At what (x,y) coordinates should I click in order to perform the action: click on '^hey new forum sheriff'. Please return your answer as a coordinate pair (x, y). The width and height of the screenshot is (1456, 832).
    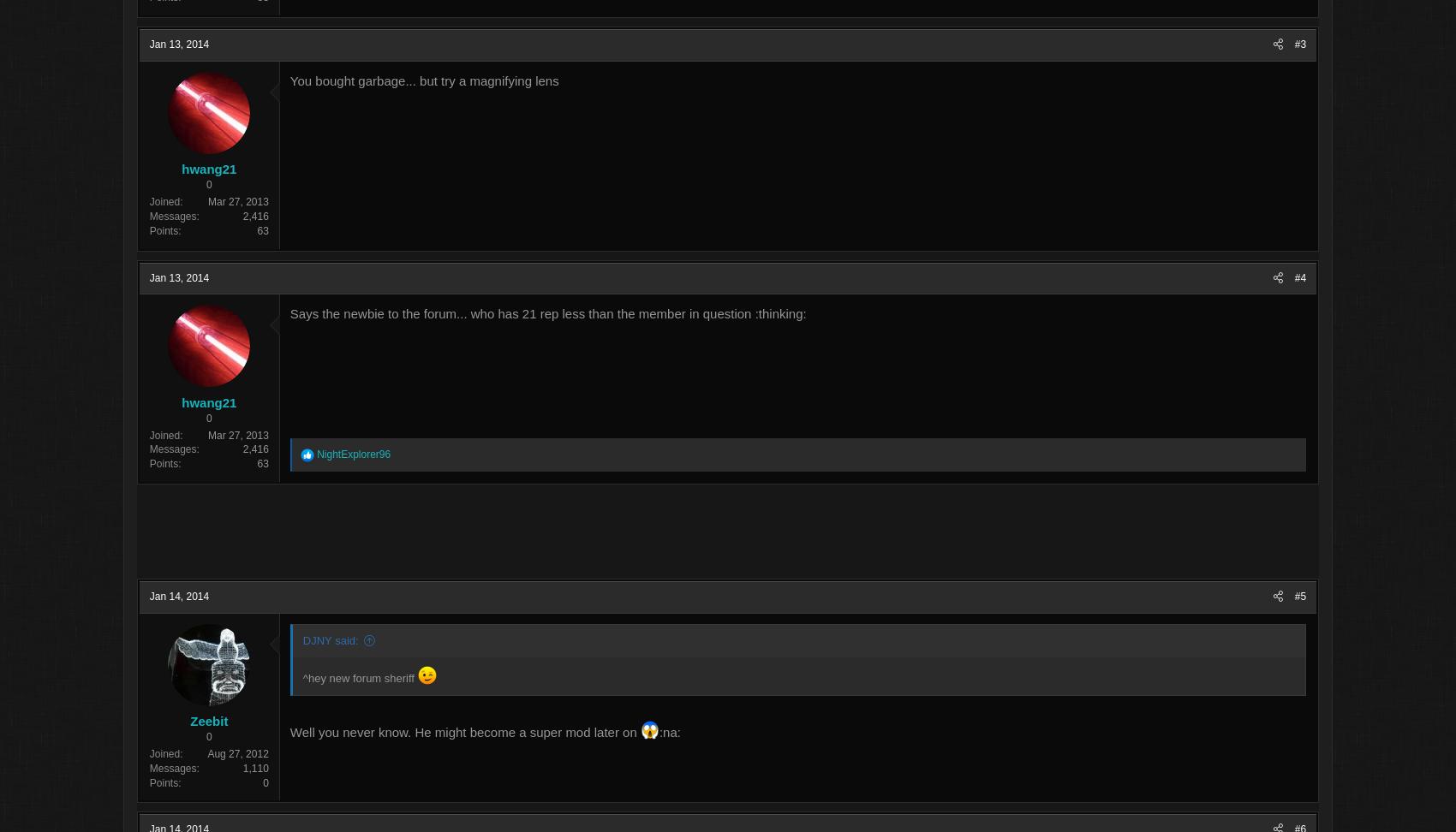
    Looking at the image, I should click on (452, 679).